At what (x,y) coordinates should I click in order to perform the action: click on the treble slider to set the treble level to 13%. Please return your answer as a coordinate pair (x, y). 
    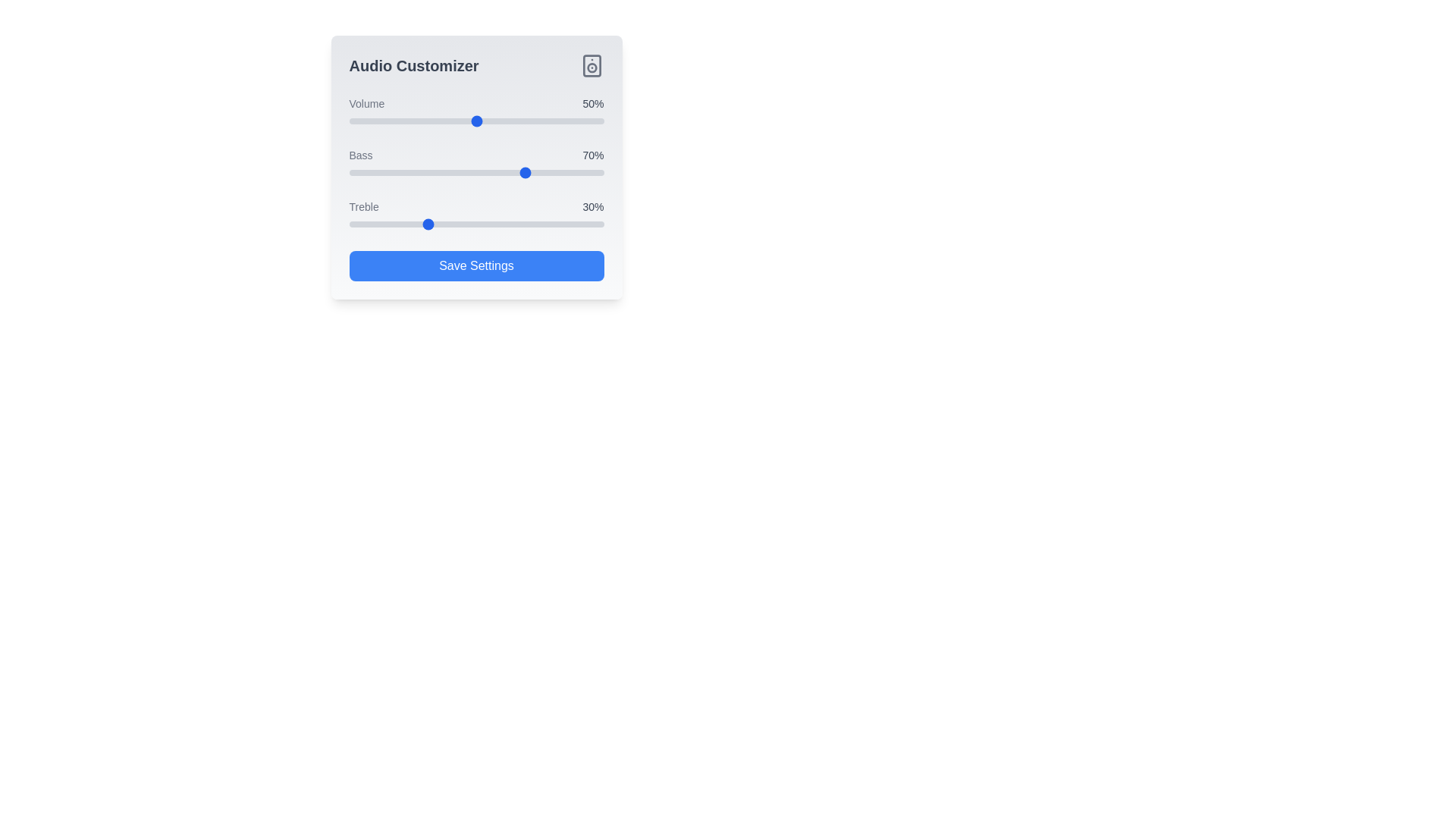
    Looking at the image, I should click on (382, 224).